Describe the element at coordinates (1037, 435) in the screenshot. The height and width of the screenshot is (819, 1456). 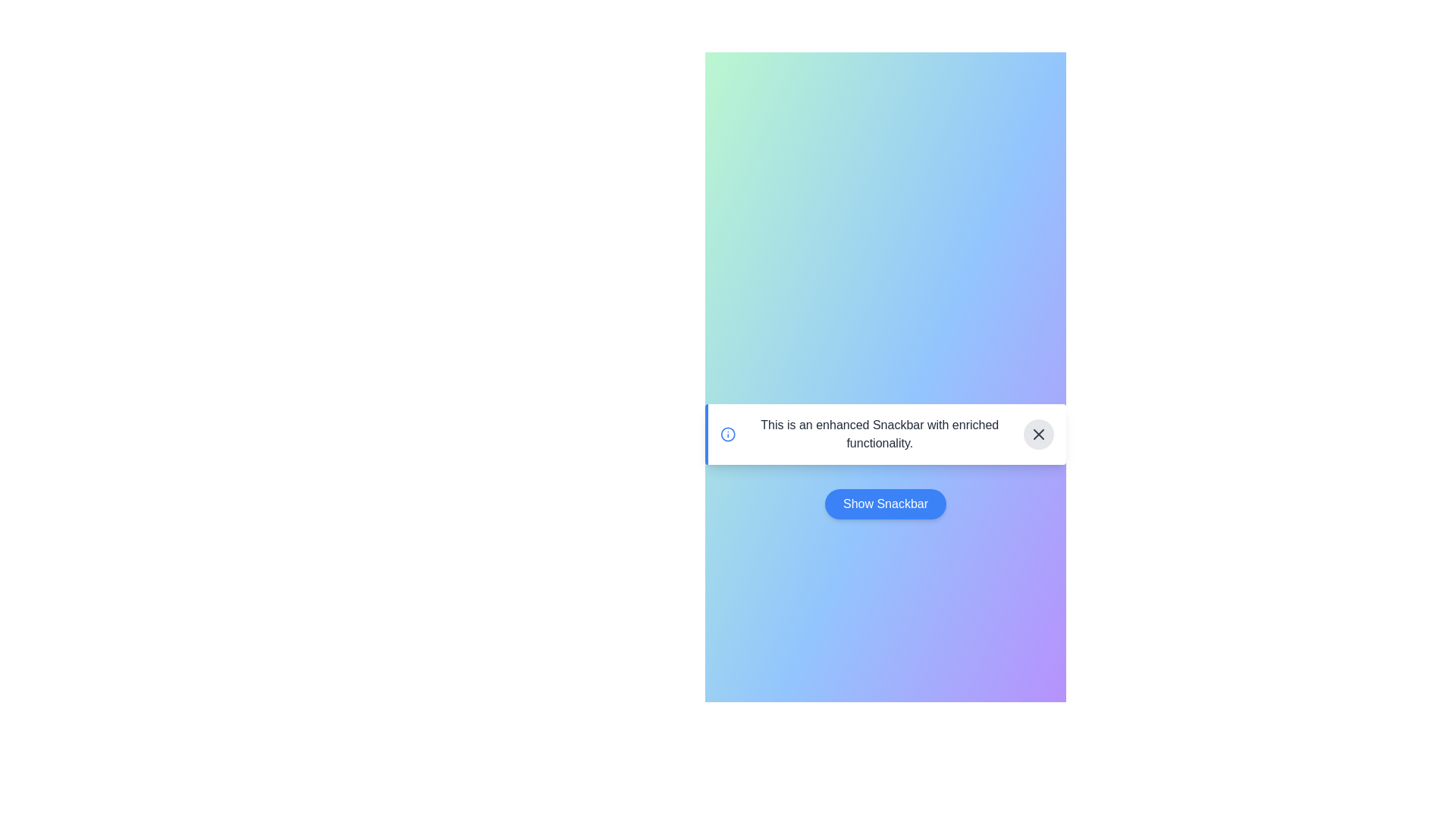
I see `the close icon (an 'X' character in gray) located at the right side of the snackbar component` at that location.